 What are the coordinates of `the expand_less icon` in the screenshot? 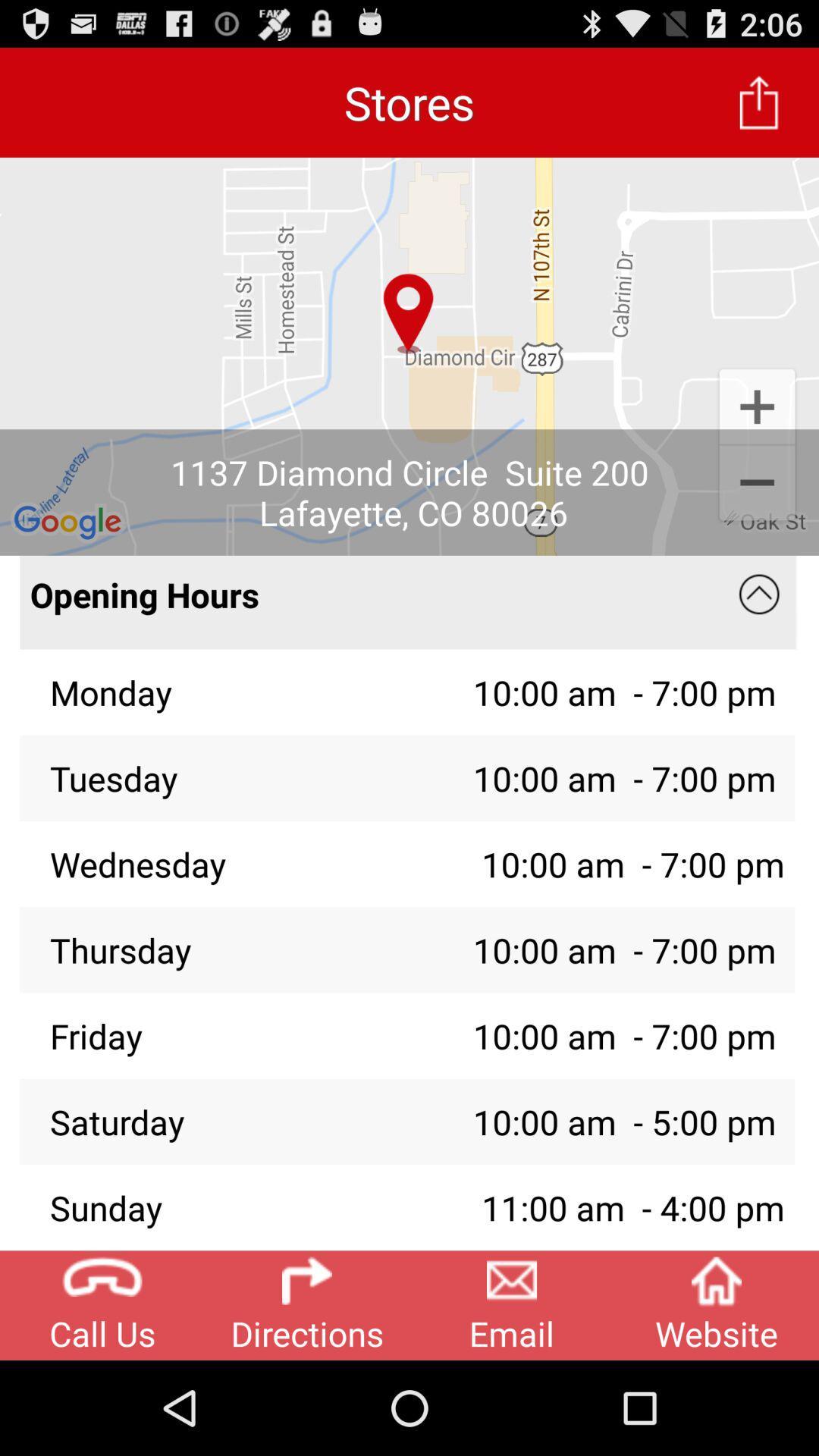 It's located at (759, 636).